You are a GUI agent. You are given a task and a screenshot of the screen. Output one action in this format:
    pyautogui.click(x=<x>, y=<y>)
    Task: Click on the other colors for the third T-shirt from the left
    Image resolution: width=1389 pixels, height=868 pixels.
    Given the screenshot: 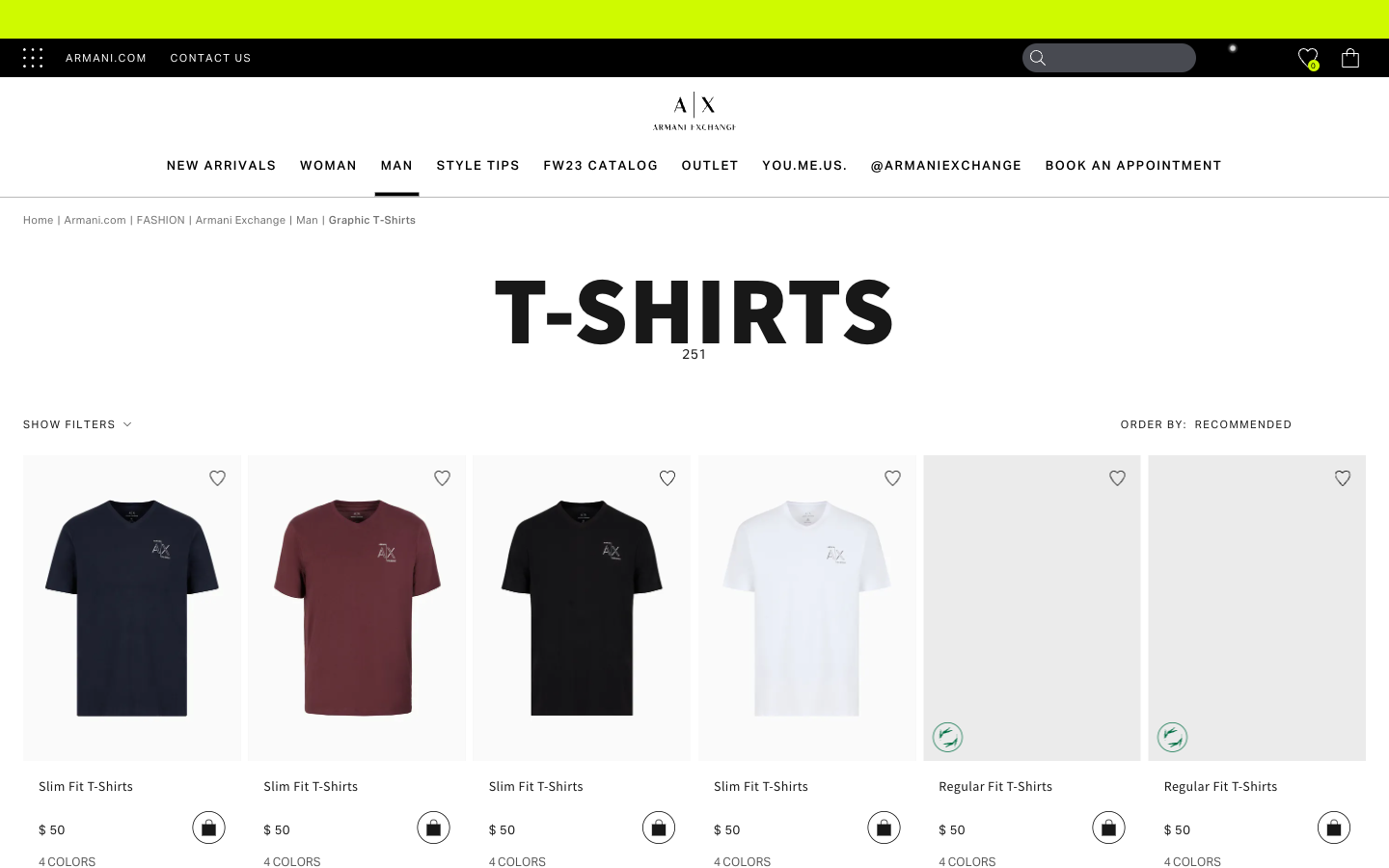 What is the action you would take?
    pyautogui.click(x=516, y=860)
    